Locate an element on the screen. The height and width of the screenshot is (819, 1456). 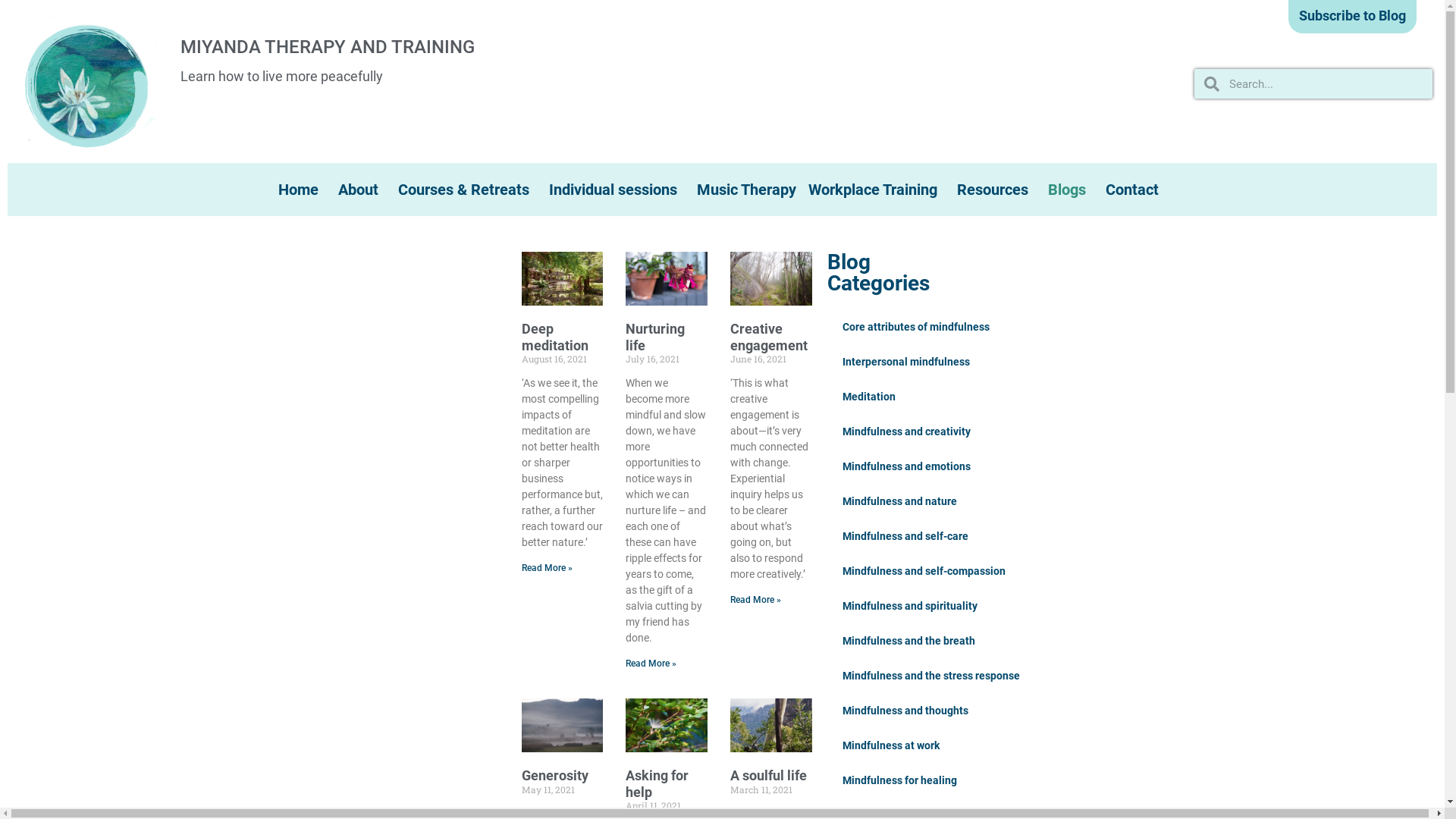
'Asking for help' is located at coordinates (657, 783).